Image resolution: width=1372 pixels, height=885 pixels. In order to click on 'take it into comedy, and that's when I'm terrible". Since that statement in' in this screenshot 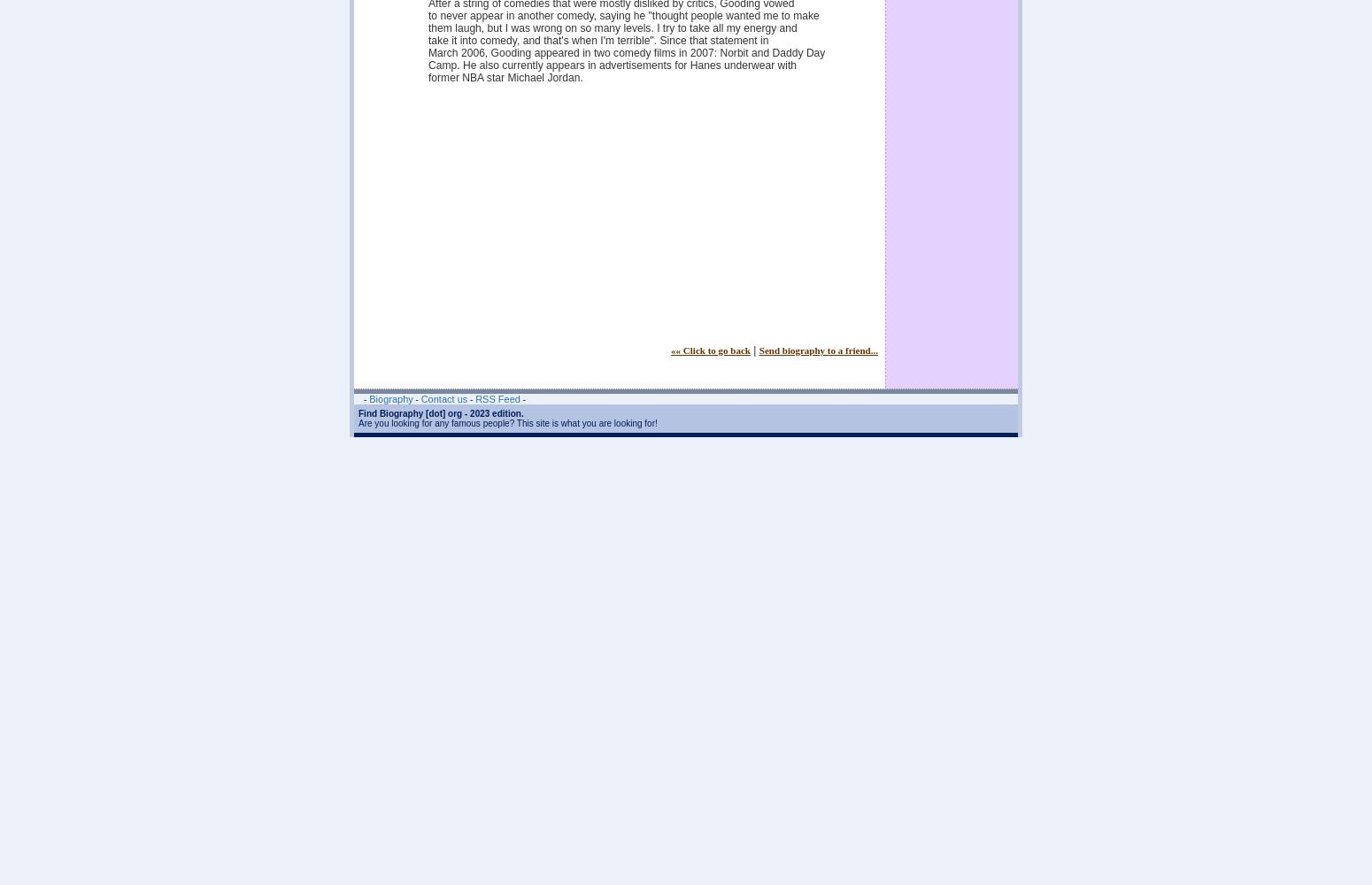, I will do `click(428, 41)`.